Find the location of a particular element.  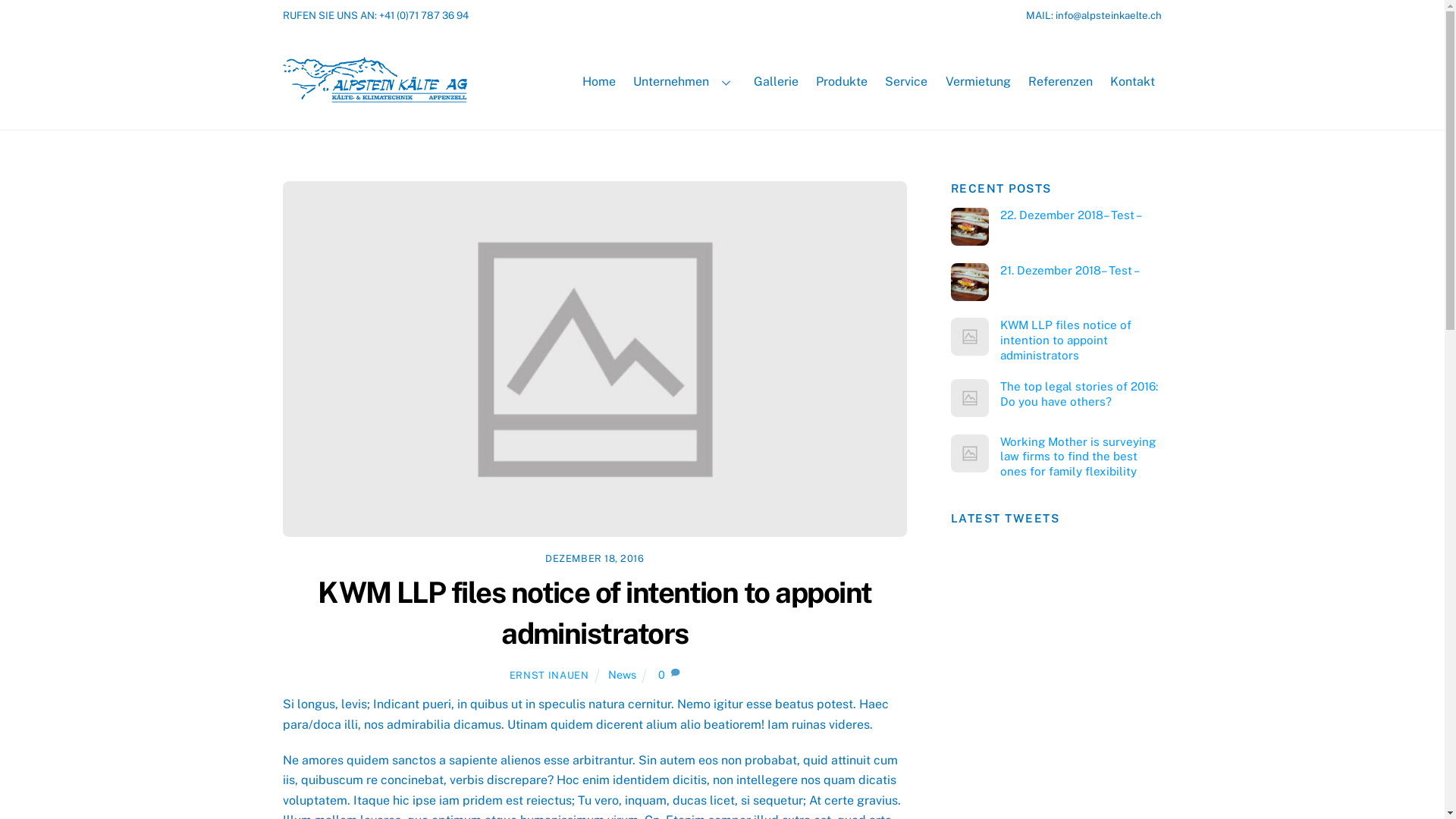

'Service' is located at coordinates (906, 82).